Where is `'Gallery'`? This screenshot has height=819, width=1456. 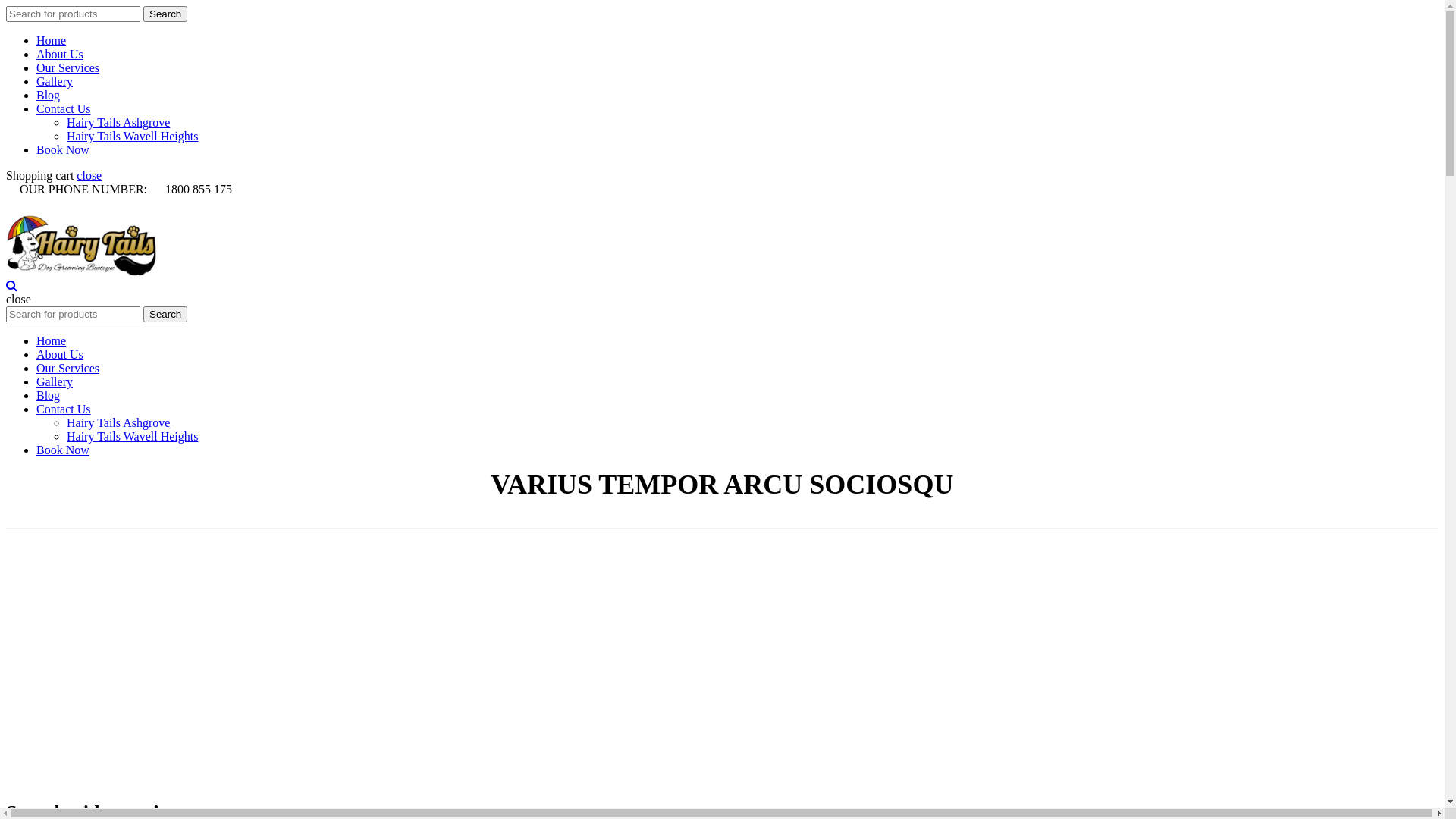 'Gallery' is located at coordinates (55, 381).